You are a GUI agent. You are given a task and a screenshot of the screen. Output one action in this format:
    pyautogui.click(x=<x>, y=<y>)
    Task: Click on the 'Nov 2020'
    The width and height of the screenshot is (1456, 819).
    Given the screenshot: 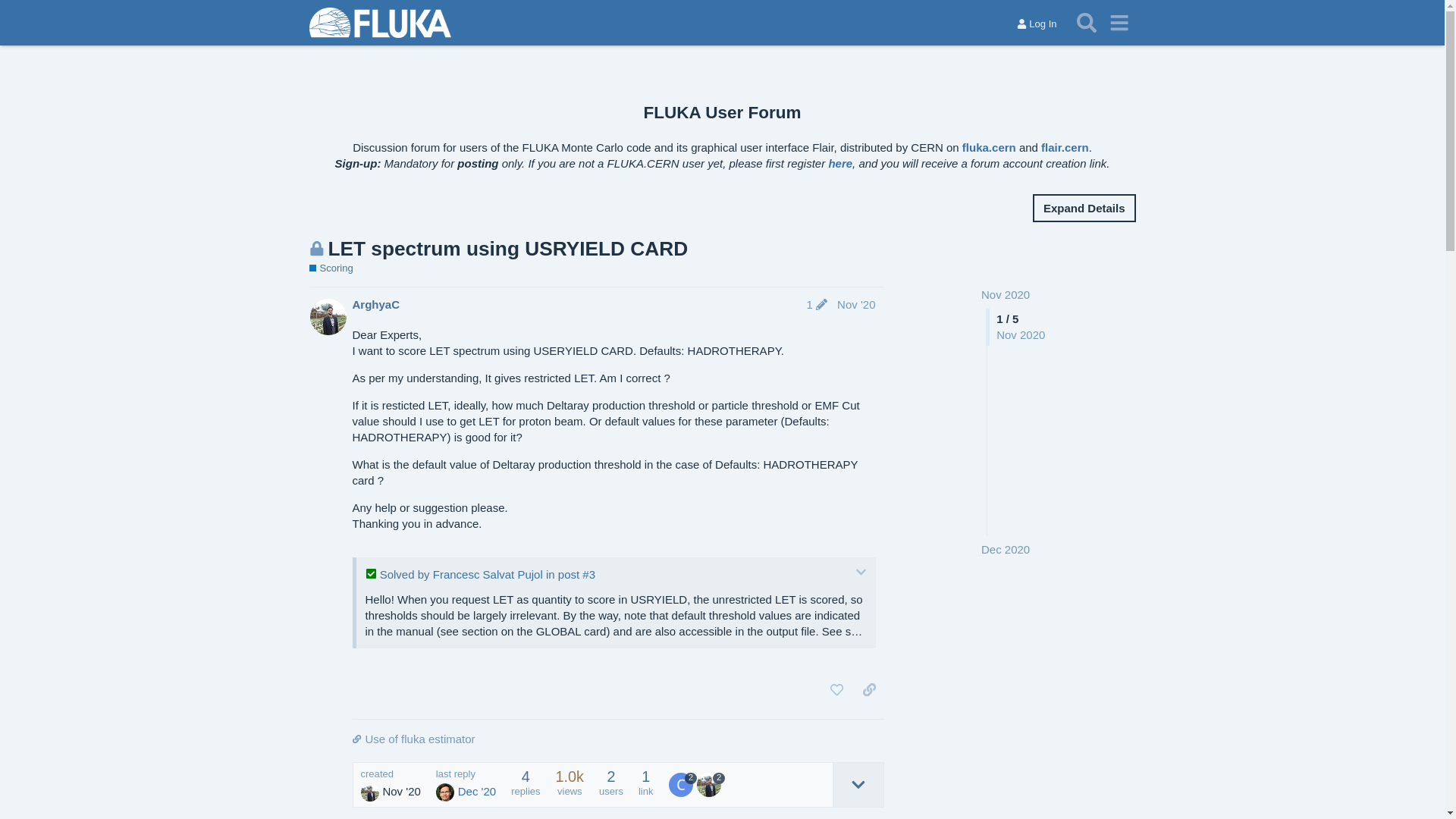 What is the action you would take?
    pyautogui.click(x=1005, y=294)
    